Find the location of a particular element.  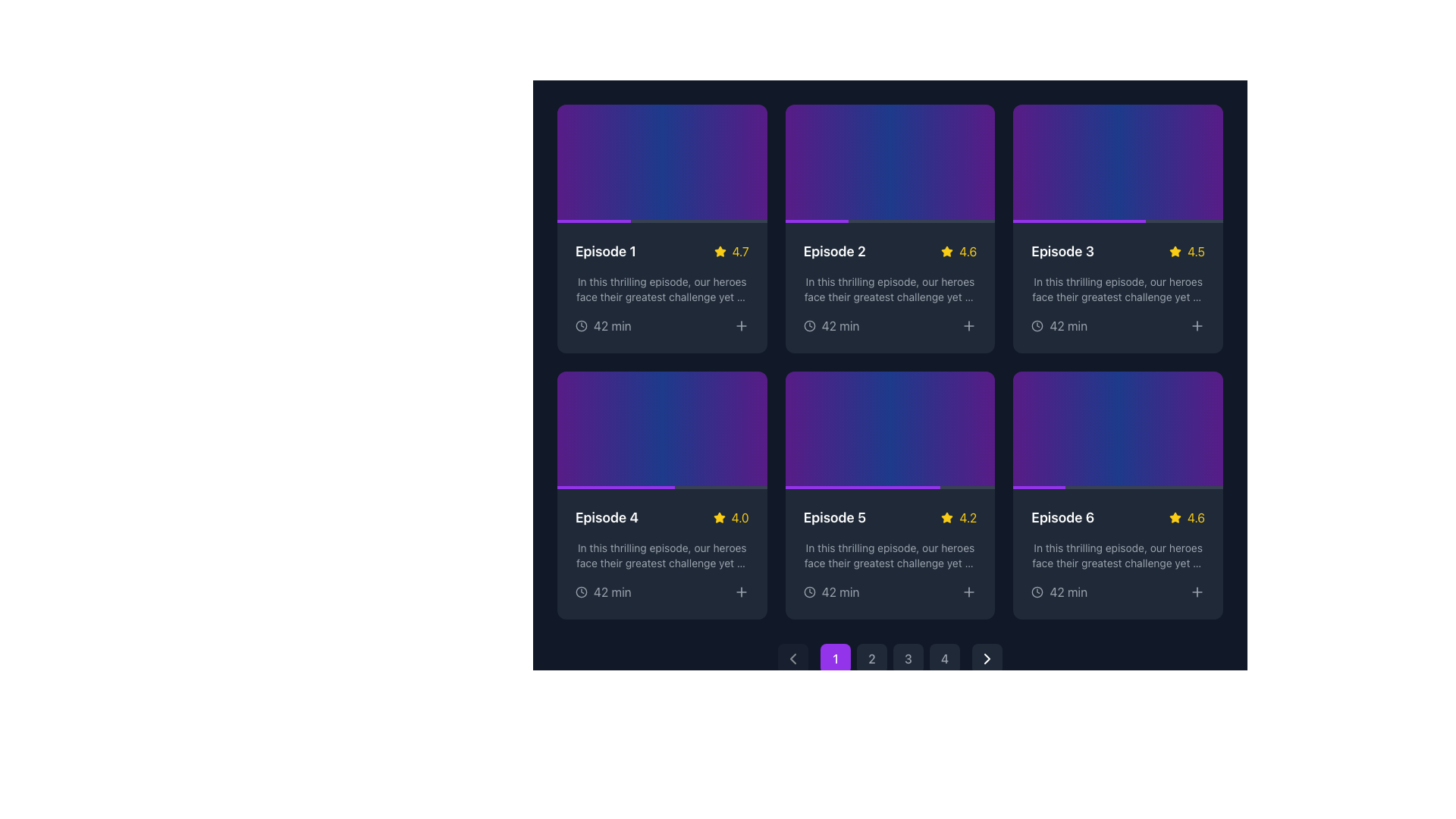

the second pagination button located at the bottom of the layout is located at coordinates (872, 657).